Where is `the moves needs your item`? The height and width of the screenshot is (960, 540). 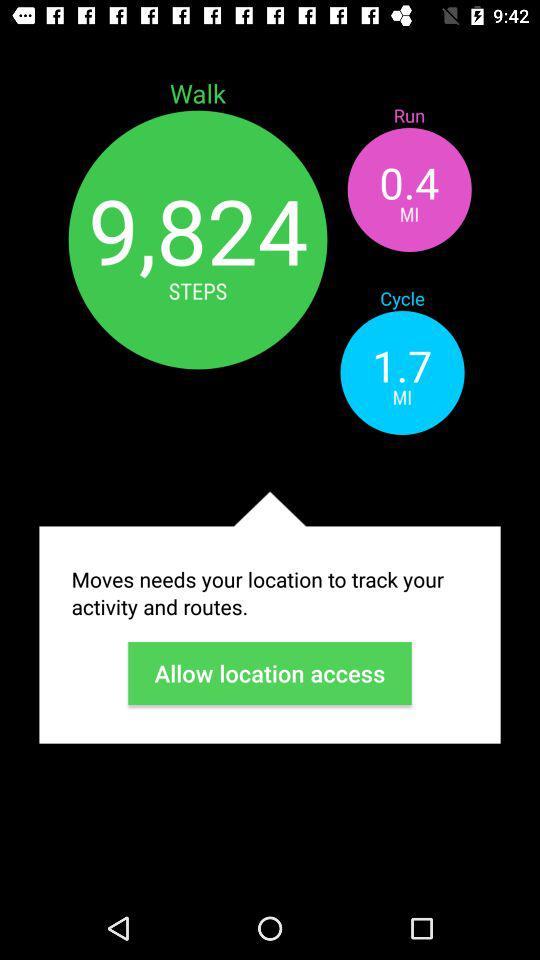
the moves needs your item is located at coordinates (270, 593).